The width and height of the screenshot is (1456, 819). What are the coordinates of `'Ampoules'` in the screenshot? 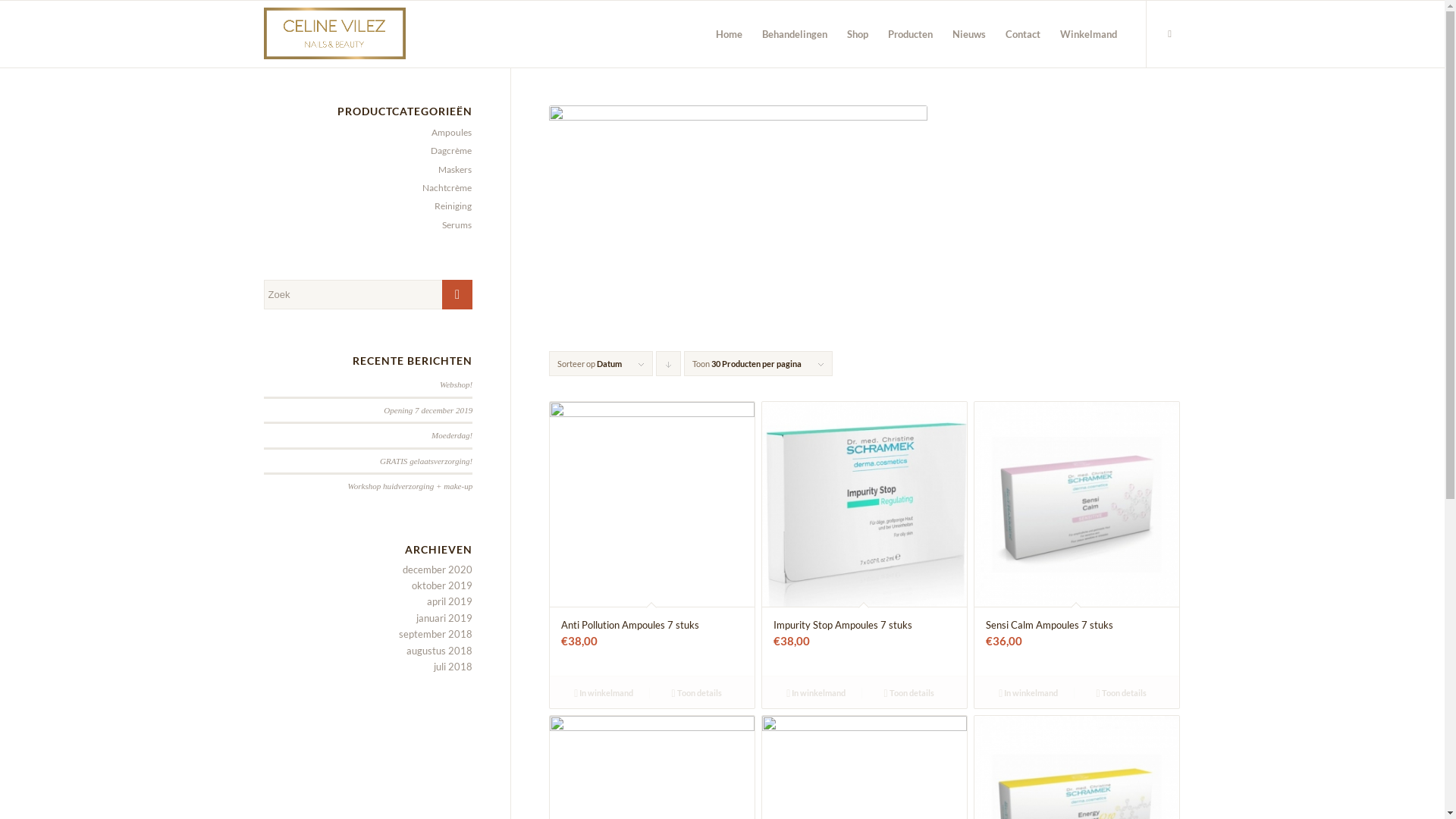 It's located at (447, 131).